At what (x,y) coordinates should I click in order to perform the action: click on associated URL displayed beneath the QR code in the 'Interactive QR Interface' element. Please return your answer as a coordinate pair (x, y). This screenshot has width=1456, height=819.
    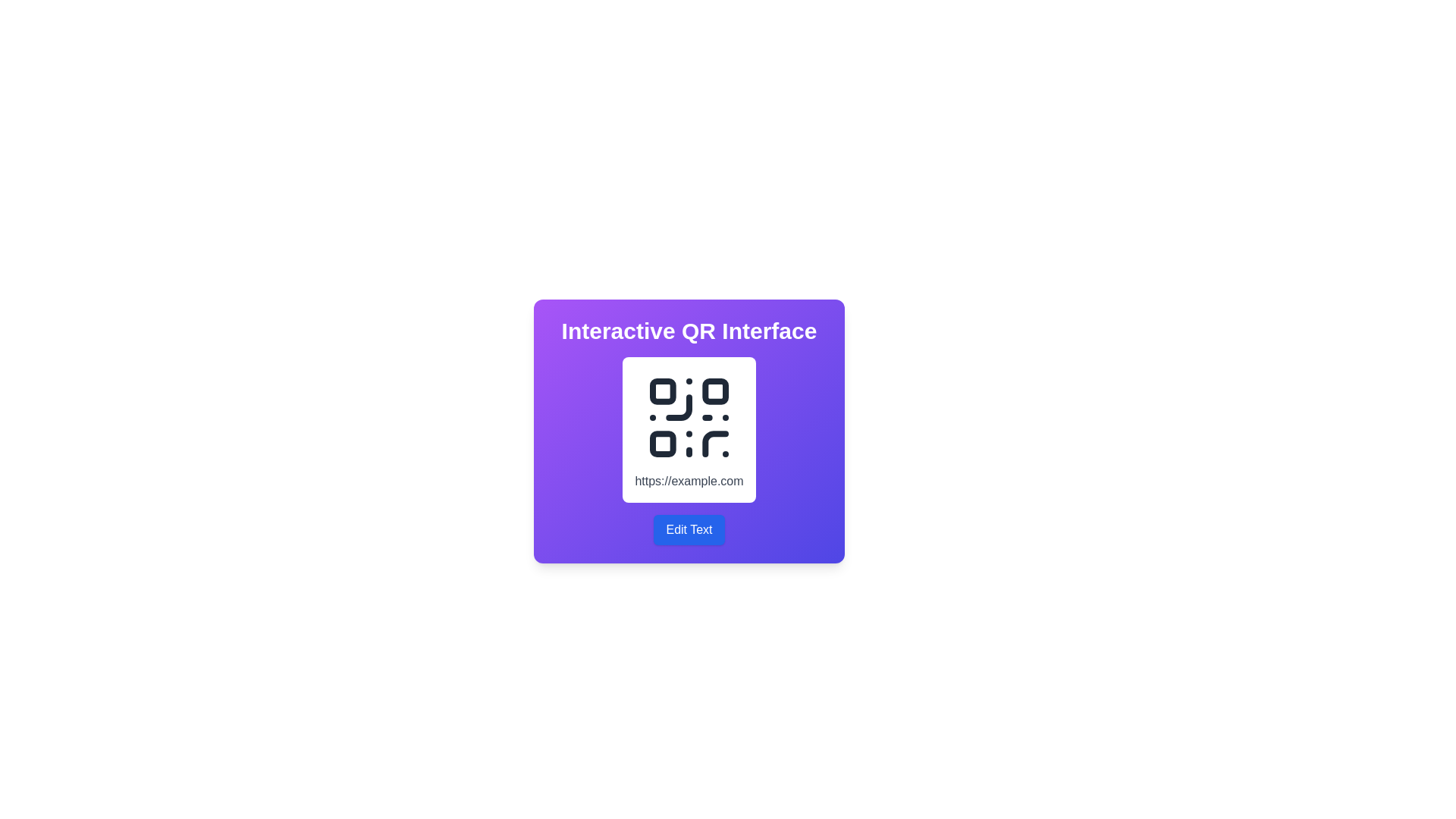
    Looking at the image, I should click on (688, 450).